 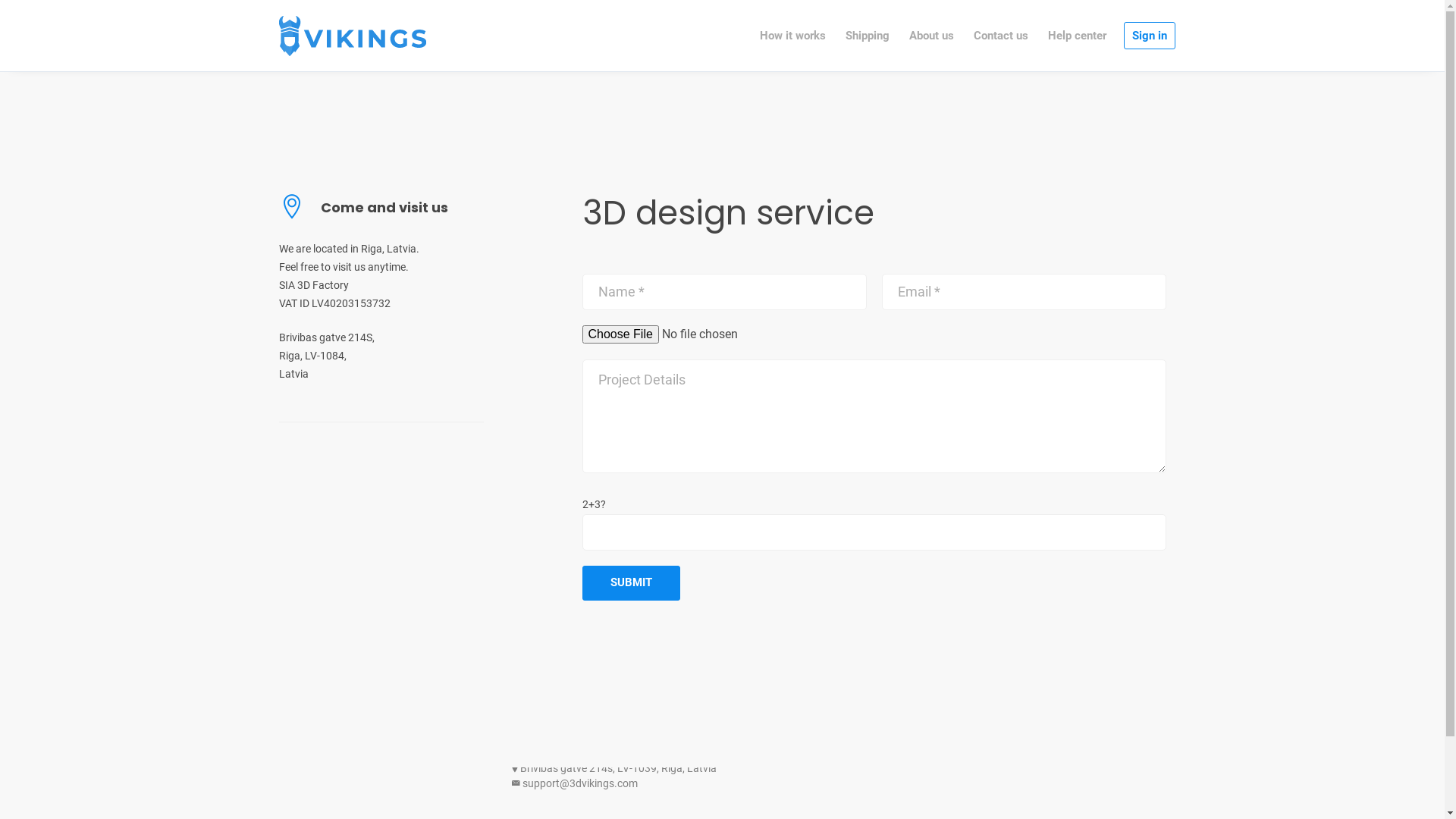 What do you see at coordinates (792, 34) in the screenshot?
I see `'How it works'` at bounding box center [792, 34].